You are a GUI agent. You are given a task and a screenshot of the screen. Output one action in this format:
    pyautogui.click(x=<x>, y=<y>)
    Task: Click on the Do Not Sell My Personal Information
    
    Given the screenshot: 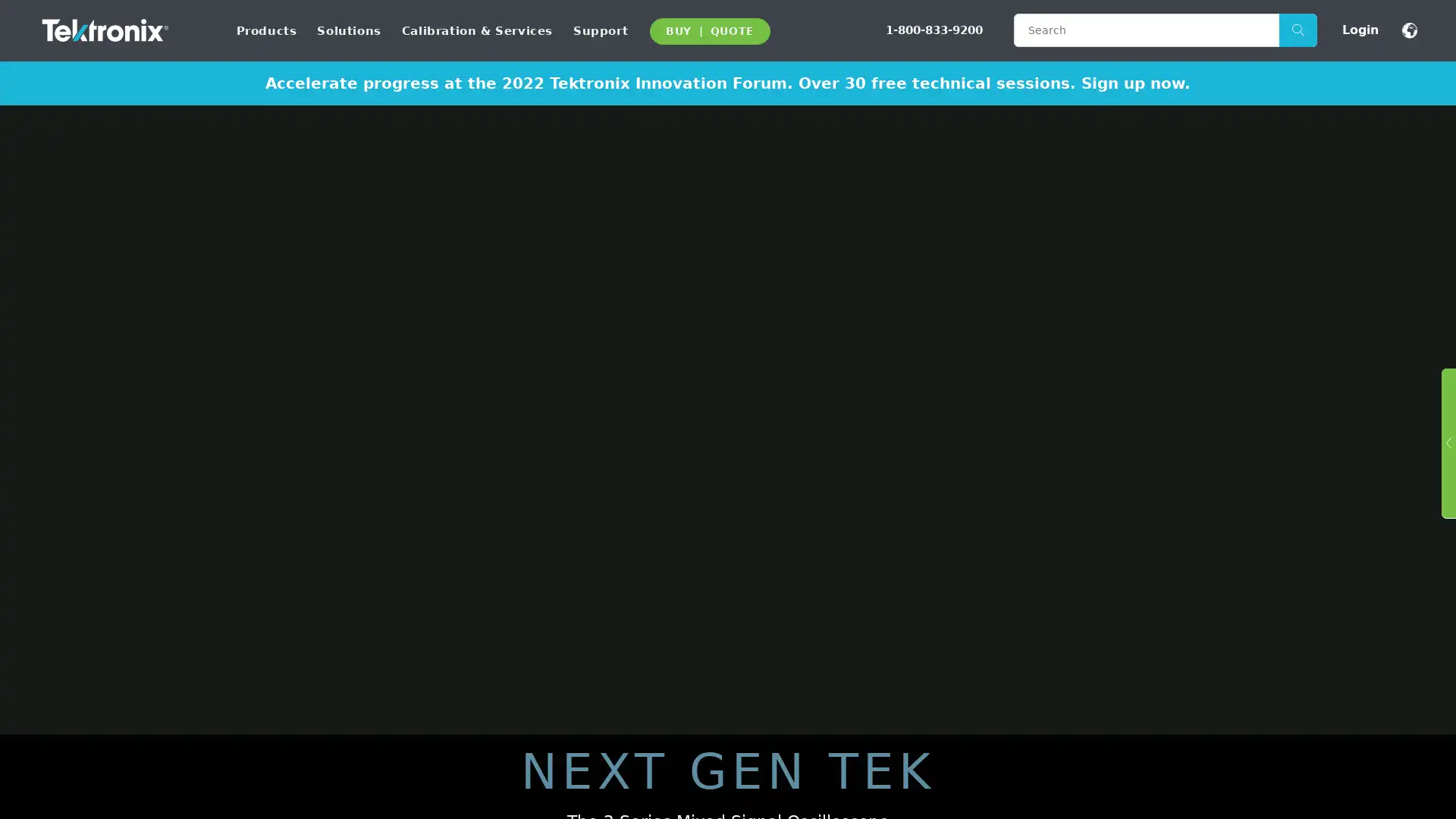 What is the action you would take?
    pyautogui.click(x=1056, y=786)
    